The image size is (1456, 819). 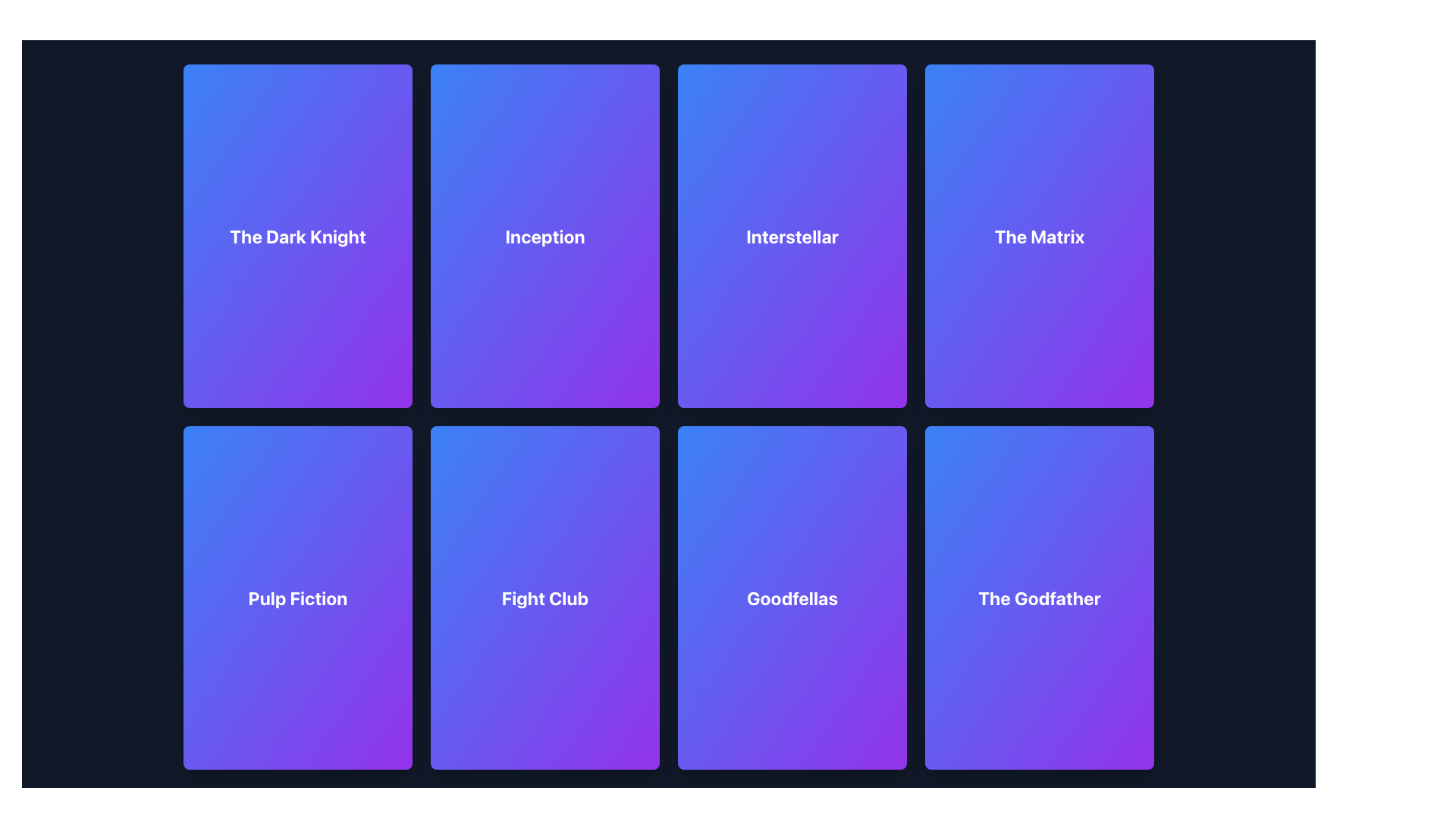 What do you see at coordinates (298, 597) in the screenshot?
I see `the text label displaying the title 'Pulp Fiction' which is in a bold white font, centered horizontally within a purple-blue gradient background` at bounding box center [298, 597].